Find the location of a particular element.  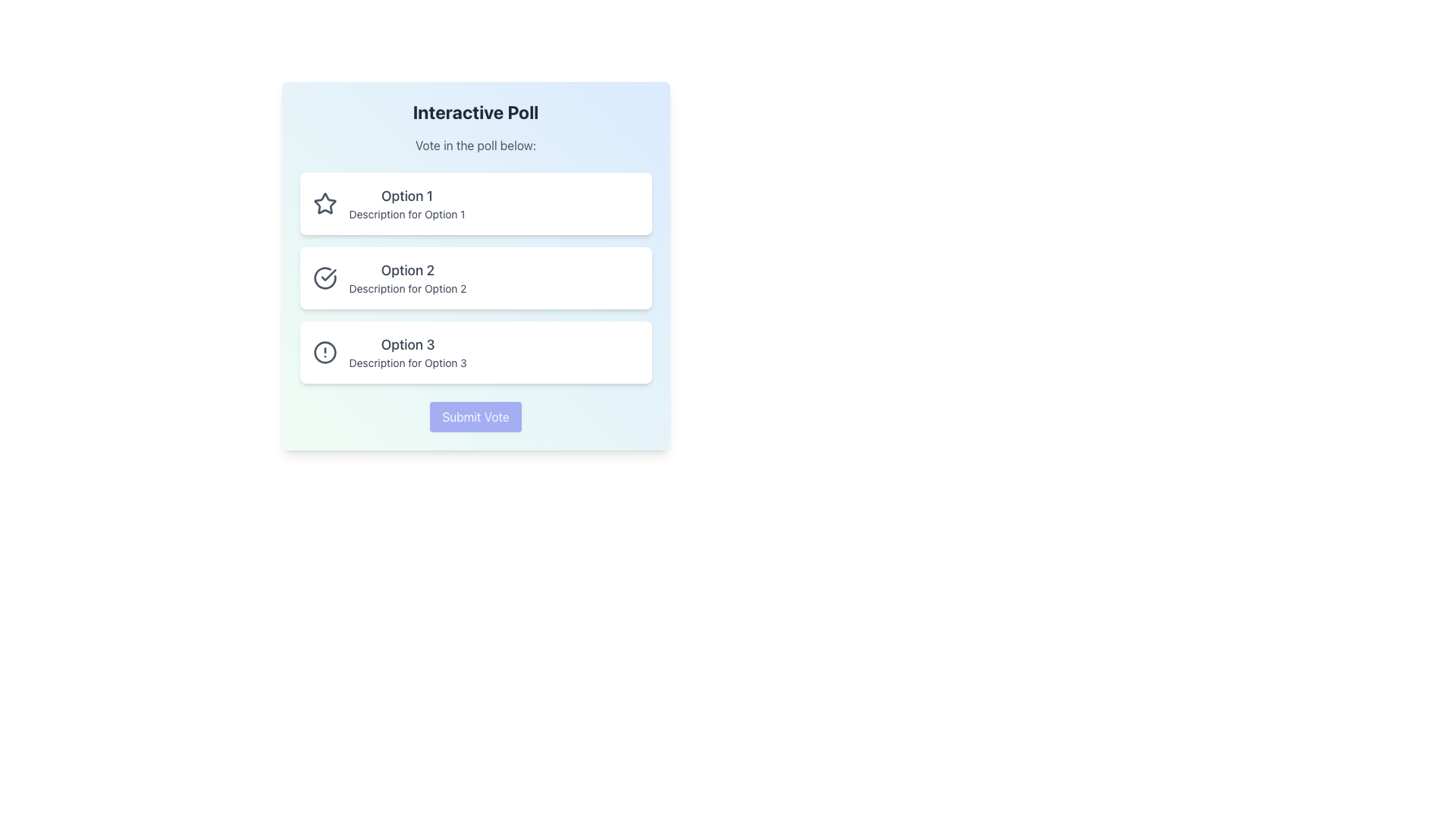

the icon located on the left side of the 'Option 1 Description for Option 1' text, which serves as a visual marker or indicator is located at coordinates (324, 203).